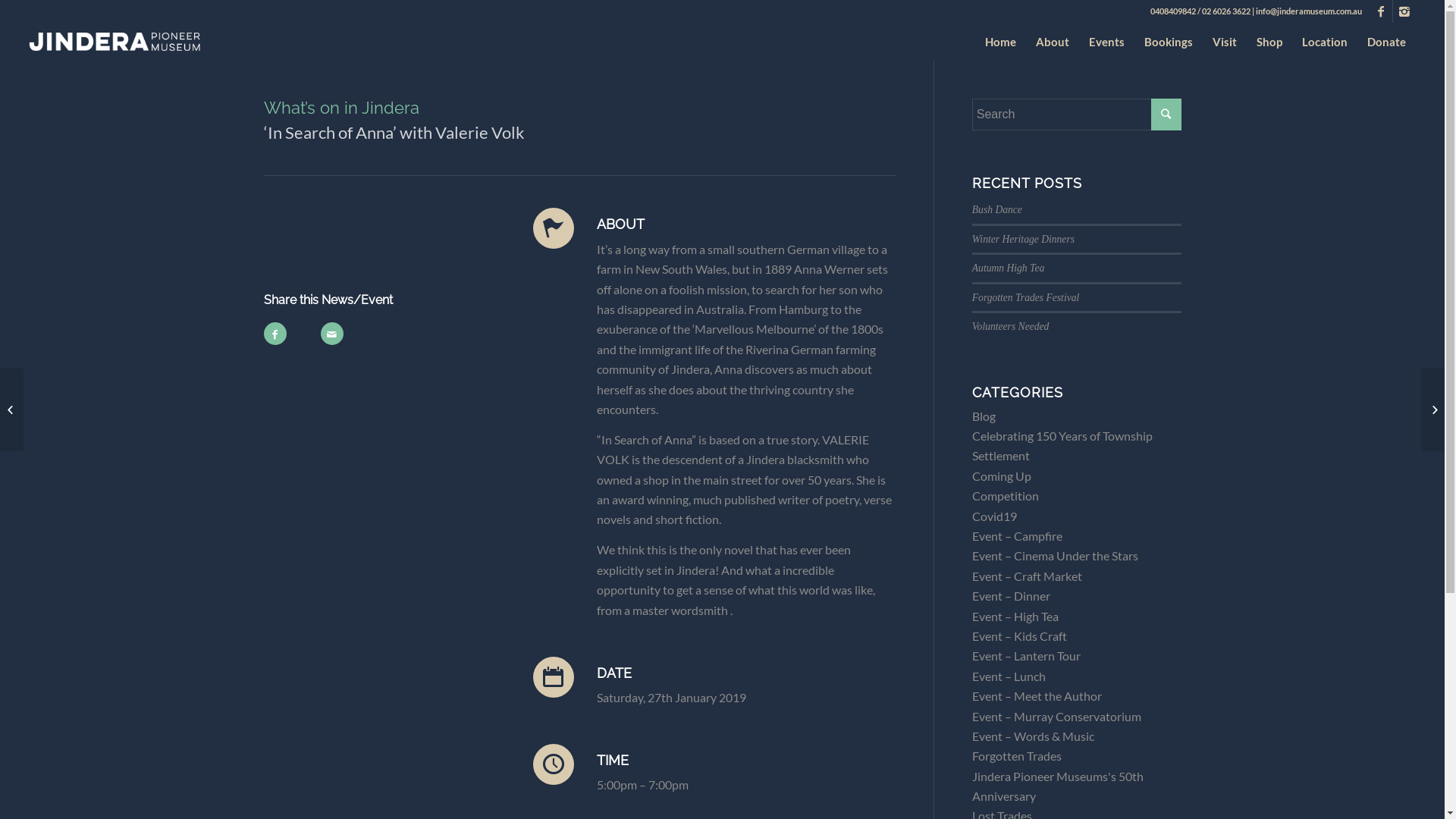 This screenshot has width=1456, height=819. Describe the element at coordinates (994, 515) in the screenshot. I see `'Covid19'` at that location.